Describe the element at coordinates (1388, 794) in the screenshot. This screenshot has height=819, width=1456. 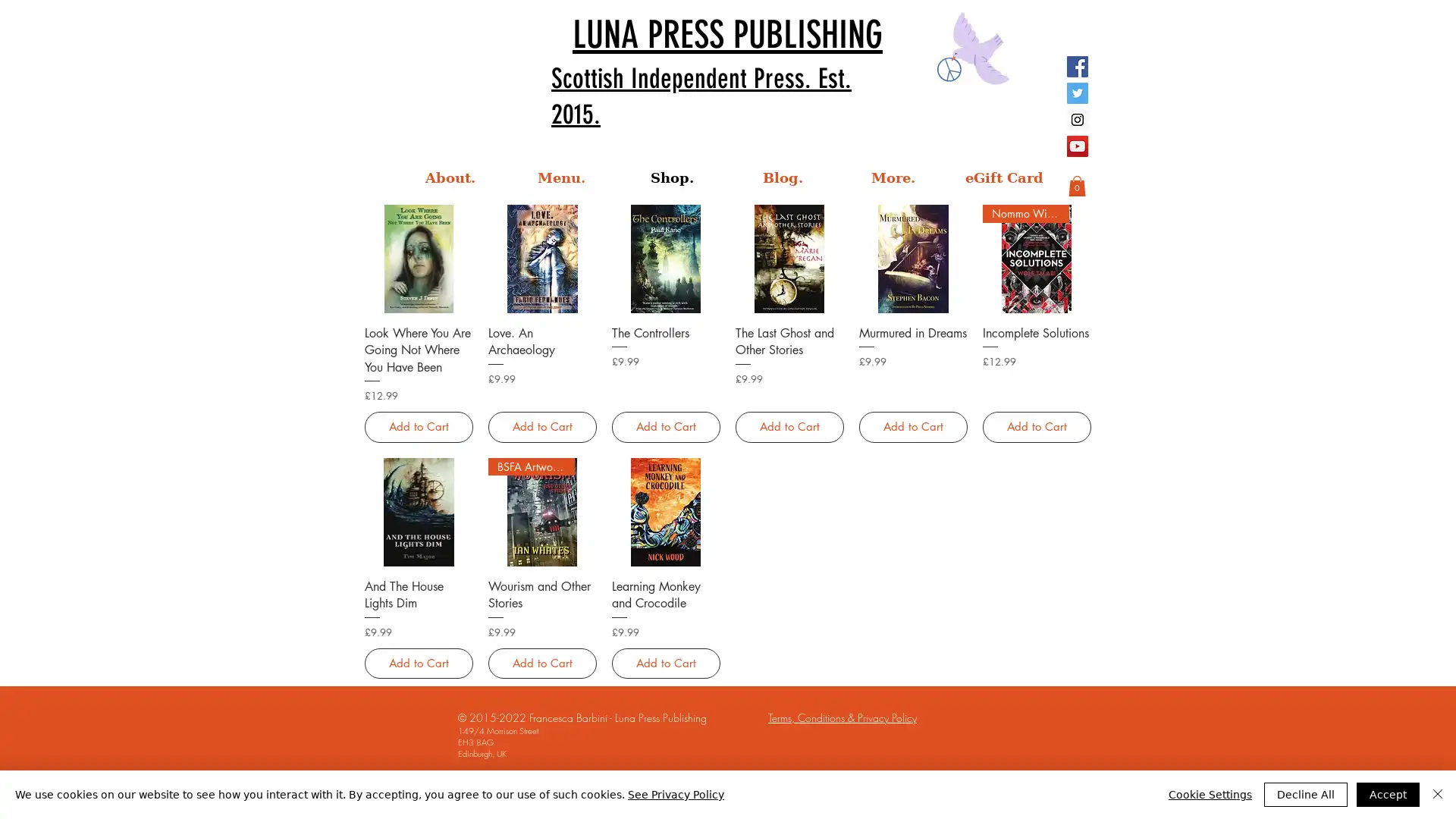
I see `Accept` at that location.